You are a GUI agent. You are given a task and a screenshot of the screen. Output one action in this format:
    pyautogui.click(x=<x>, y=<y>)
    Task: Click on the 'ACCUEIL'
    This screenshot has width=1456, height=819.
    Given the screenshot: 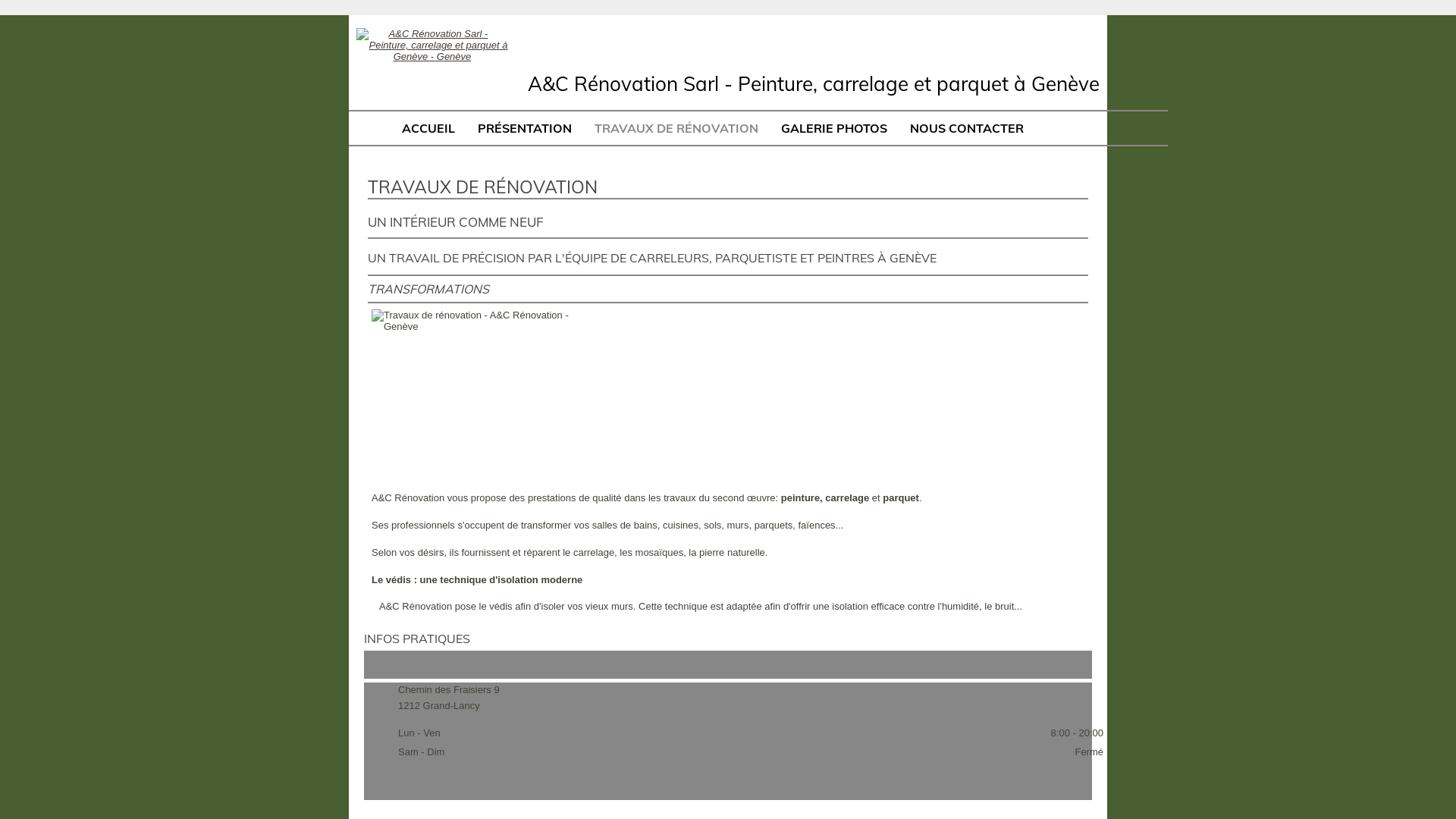 What is the action you would take?
    pyautogui.click(x=428, y=127)
    